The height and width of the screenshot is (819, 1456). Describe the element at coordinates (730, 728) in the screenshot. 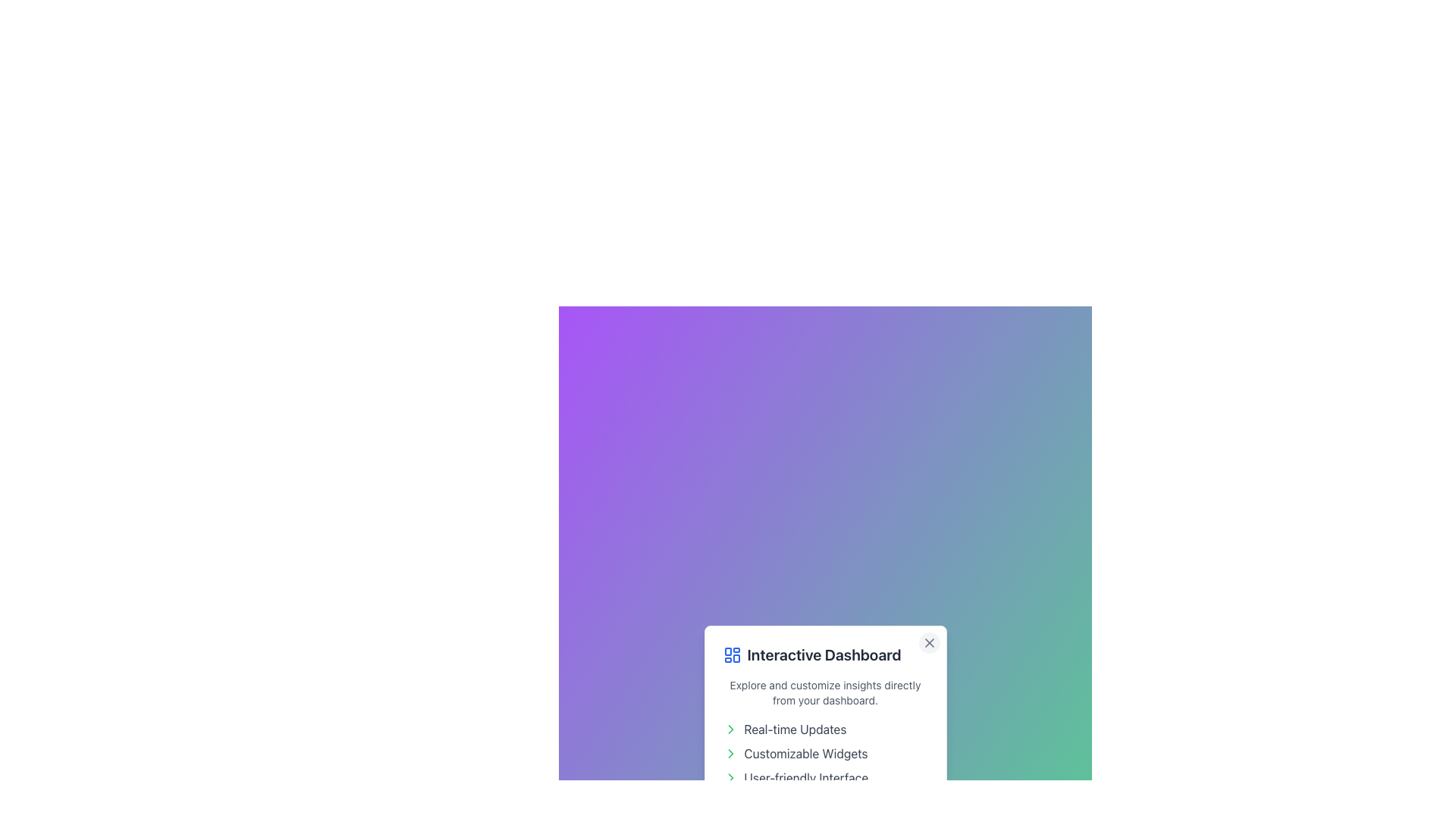

I see `the right-facing chevron arrow icon styled with green color, which is located to the left of the 'Real-time Updates' label` at that location.